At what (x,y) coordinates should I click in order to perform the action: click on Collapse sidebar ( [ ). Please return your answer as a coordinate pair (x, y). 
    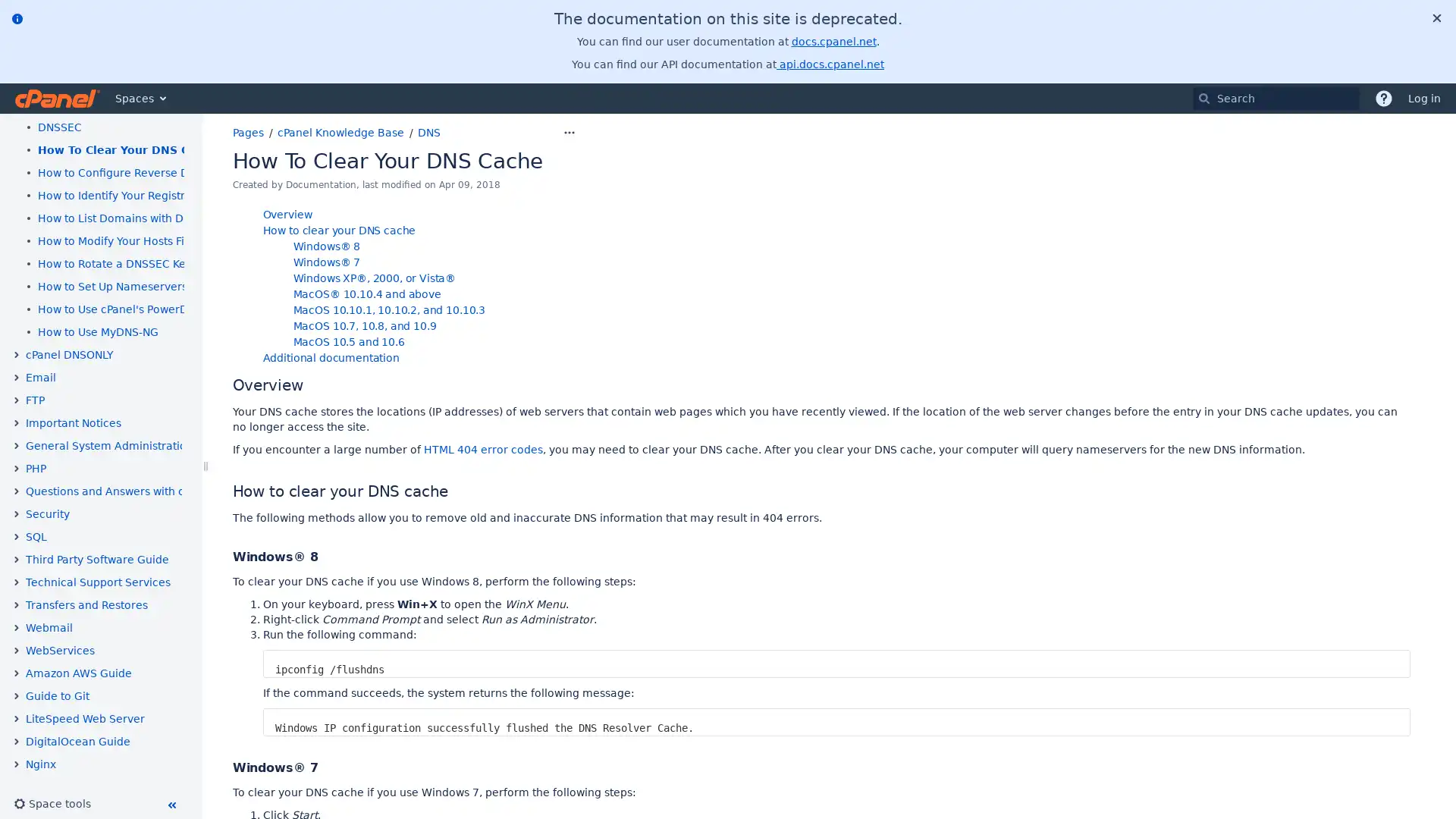
    Looking at the image, I should click on (171, 804).